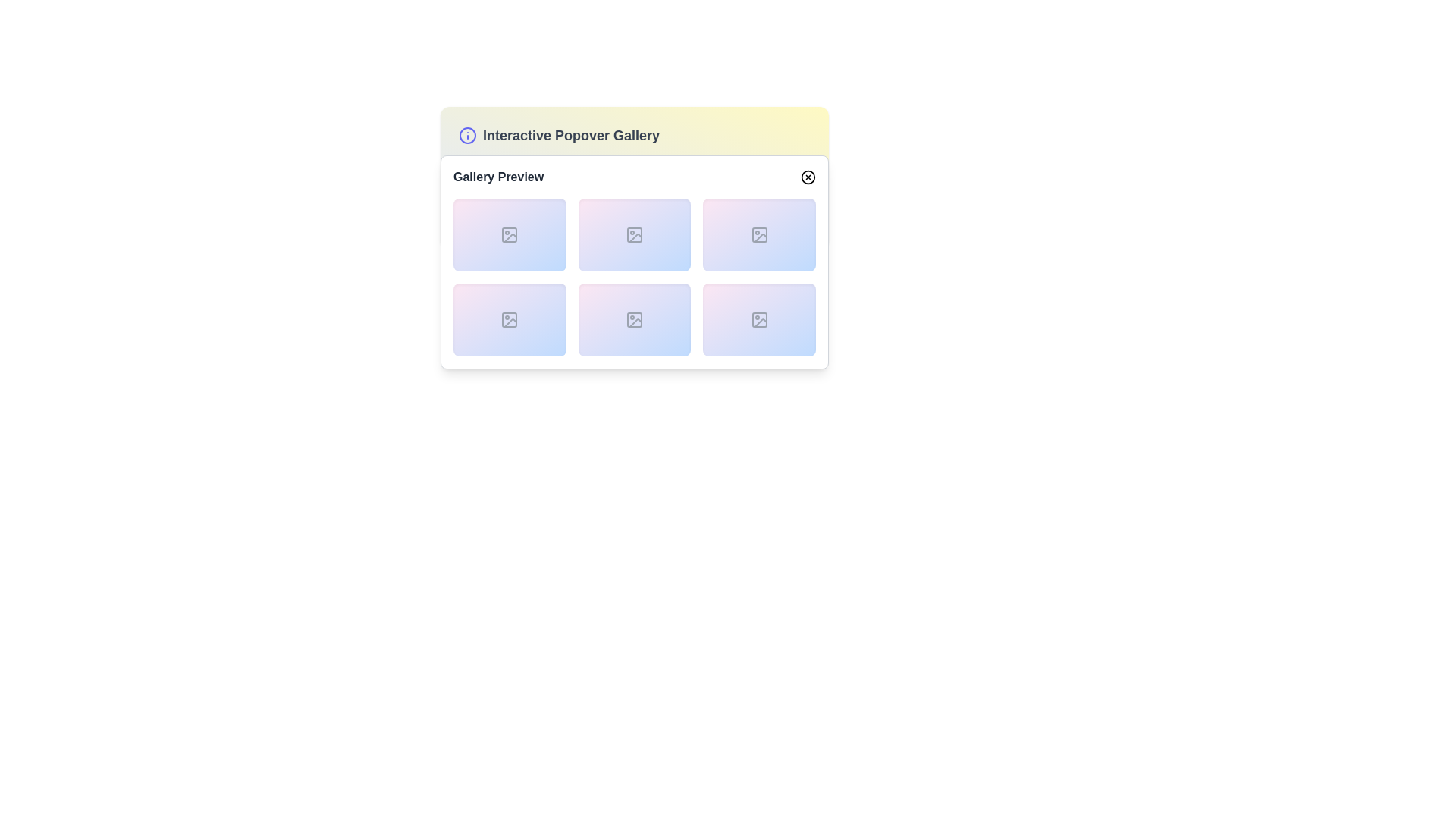  What do you see at coordinates (759, 318) in the screenshot?
I see `the gray SVG-based icon resembling an image placeholder with rounded corners and a circular symbol inside, located in the last tile of the second row under the 'Gallery Preview' title, by clicking on it to engage the gallery system` at bounding box center [759, 318].